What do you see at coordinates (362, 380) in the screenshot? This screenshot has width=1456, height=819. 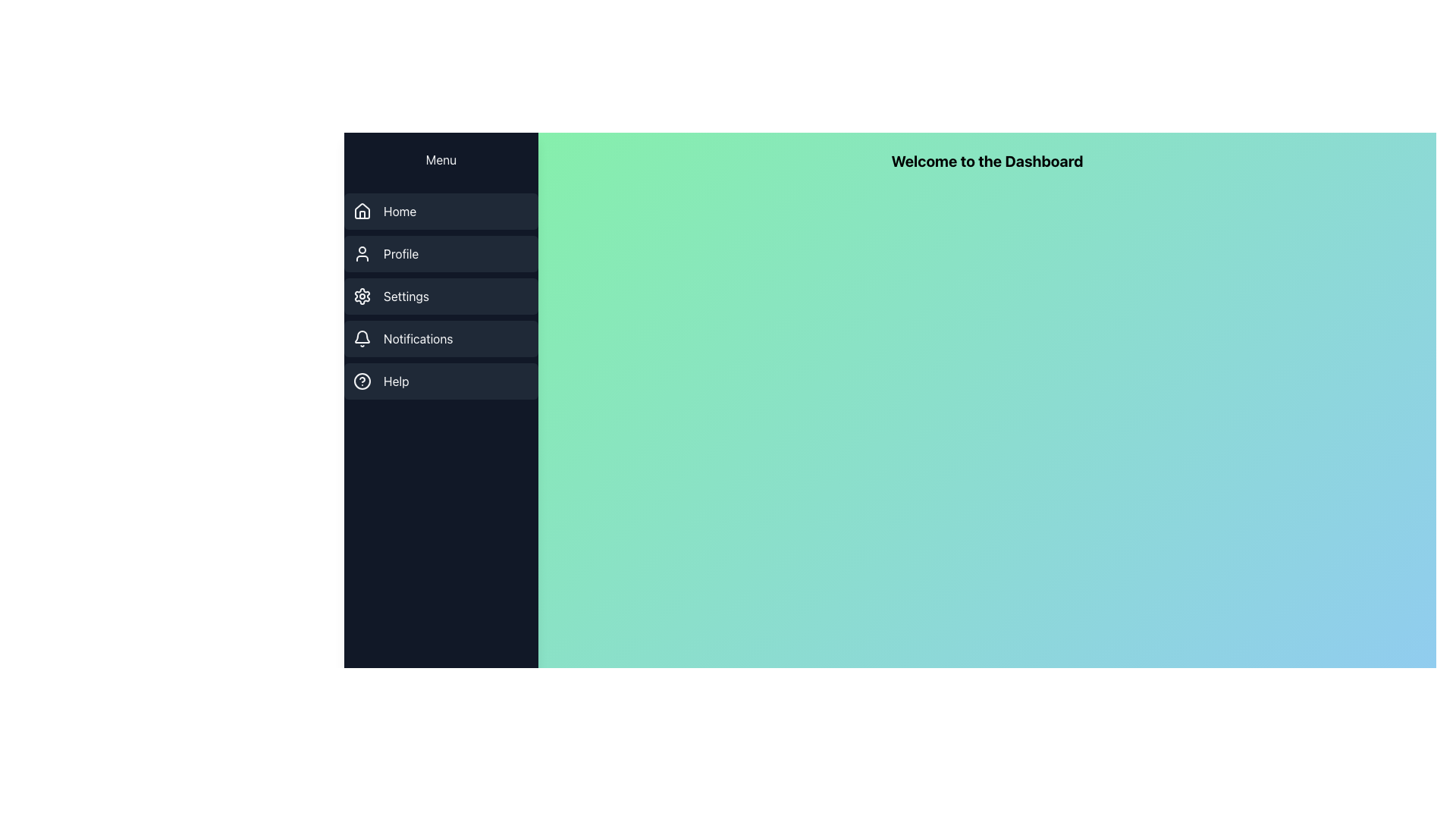 I see `the help icon, a circular icon with a question mark, located` at bounding box center [362, 380].